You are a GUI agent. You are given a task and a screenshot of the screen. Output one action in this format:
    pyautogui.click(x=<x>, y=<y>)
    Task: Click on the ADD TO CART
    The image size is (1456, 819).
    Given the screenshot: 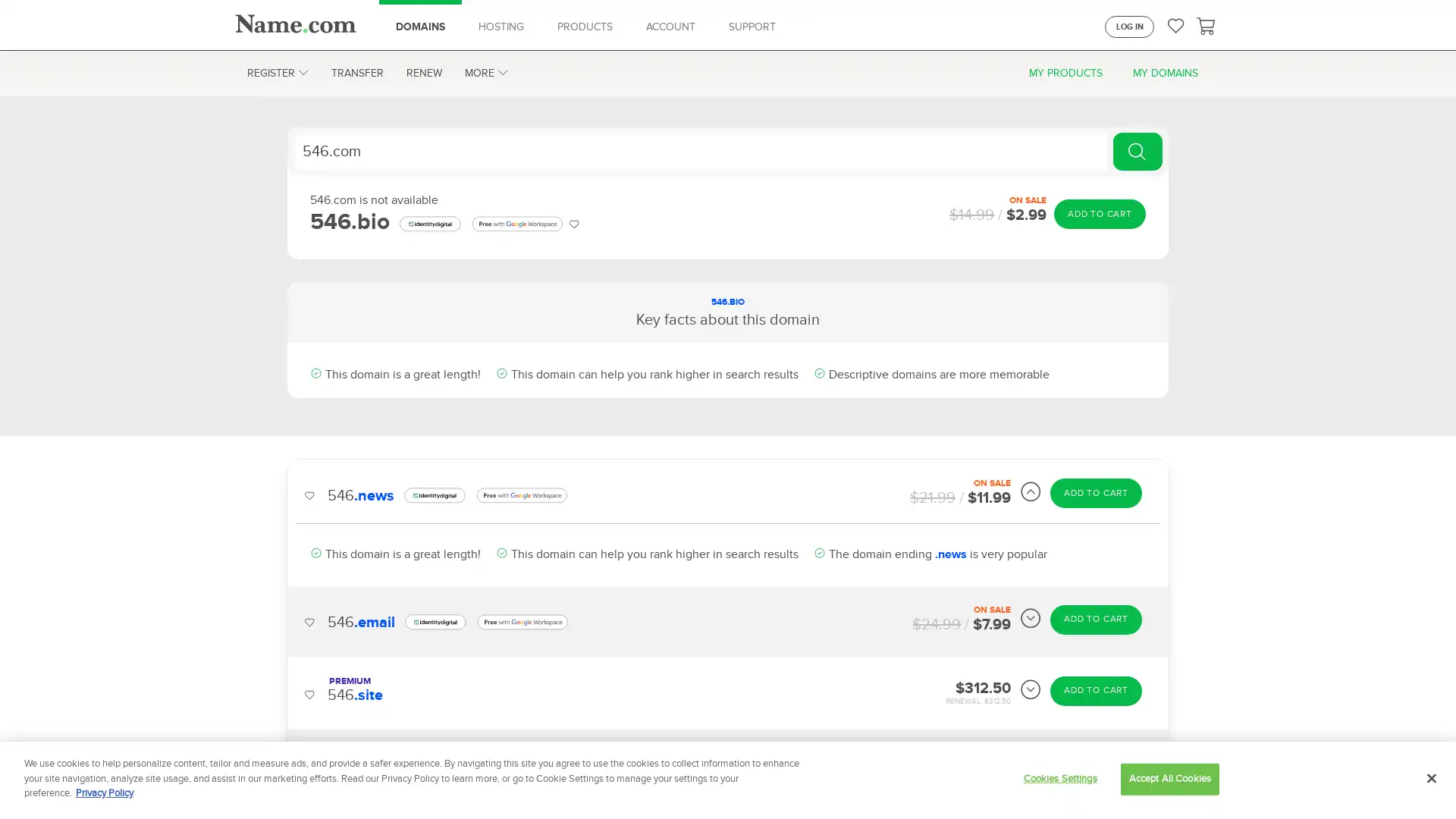 What is the action you would take?
    pyautogui.click(x=1099, y=213)
    